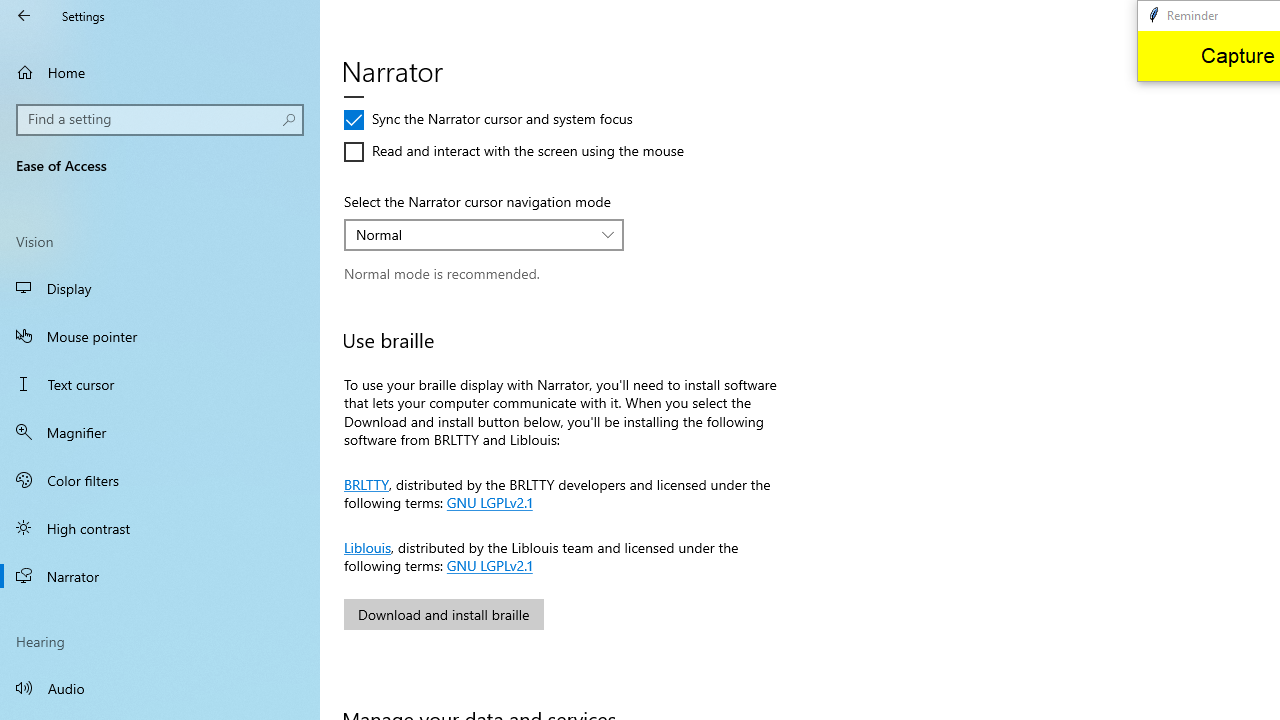 Image resolution: width=1280 pixels, height=720 pixels. I want to click on 'Normal', so click(472, 233).